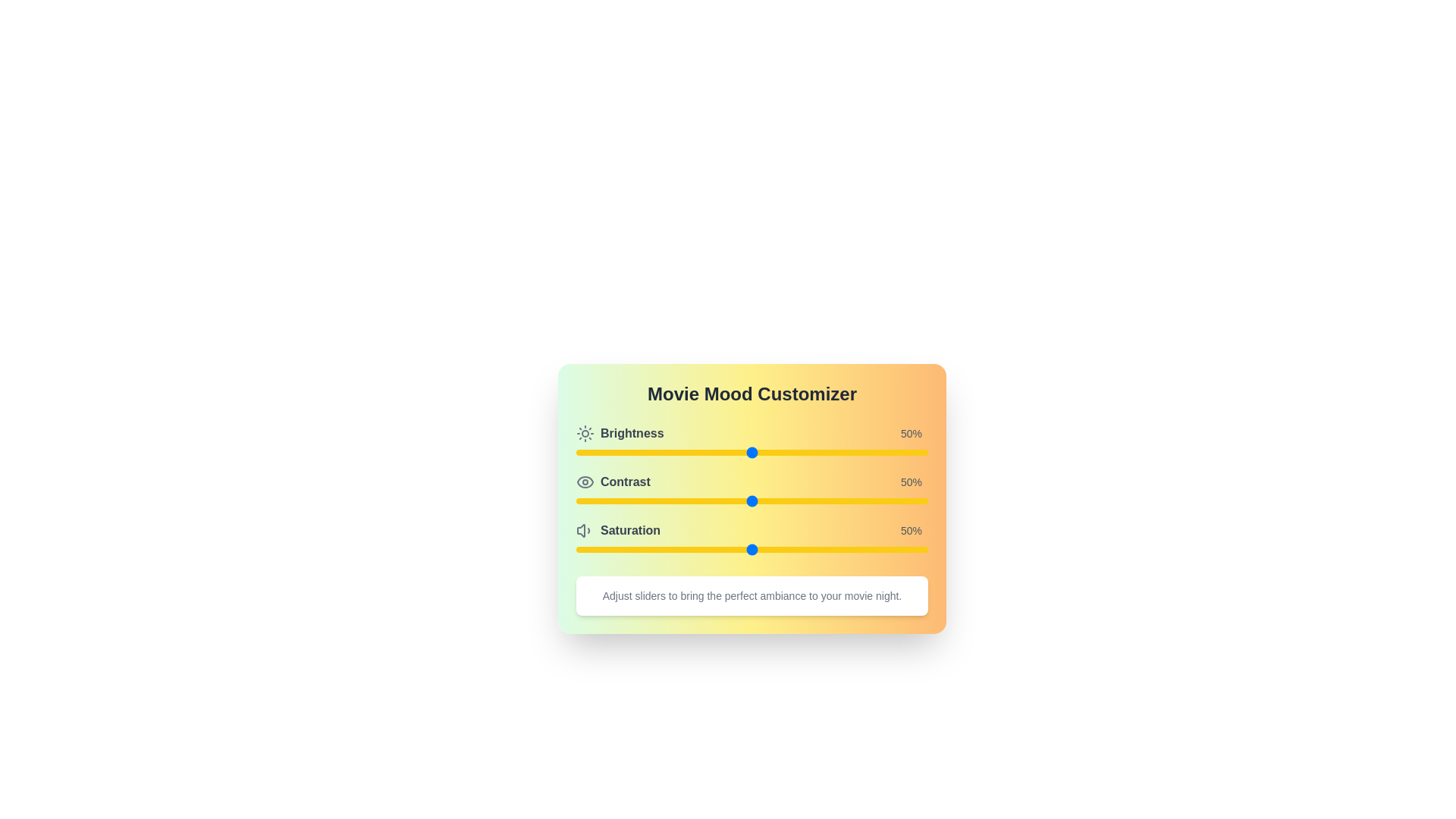  What do you see at coordinates (738, 452) in the screenshot?
I see `brightness` at bounding box center [738, 452].